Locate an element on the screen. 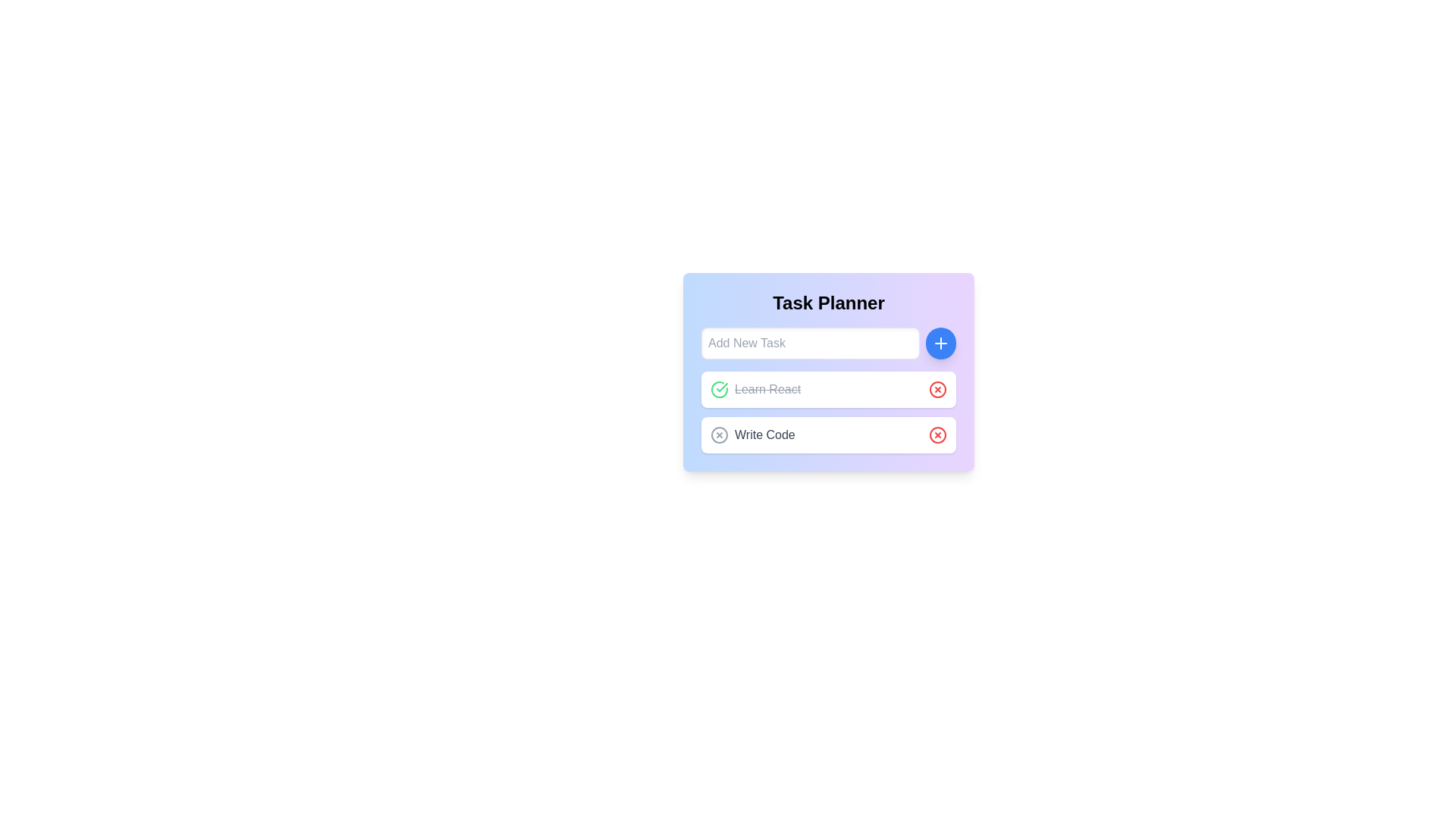 This screenshot has width=1456, height=819. the icons of the 'Write Code' task item in the task management interface is located at coordinates (828, 435).